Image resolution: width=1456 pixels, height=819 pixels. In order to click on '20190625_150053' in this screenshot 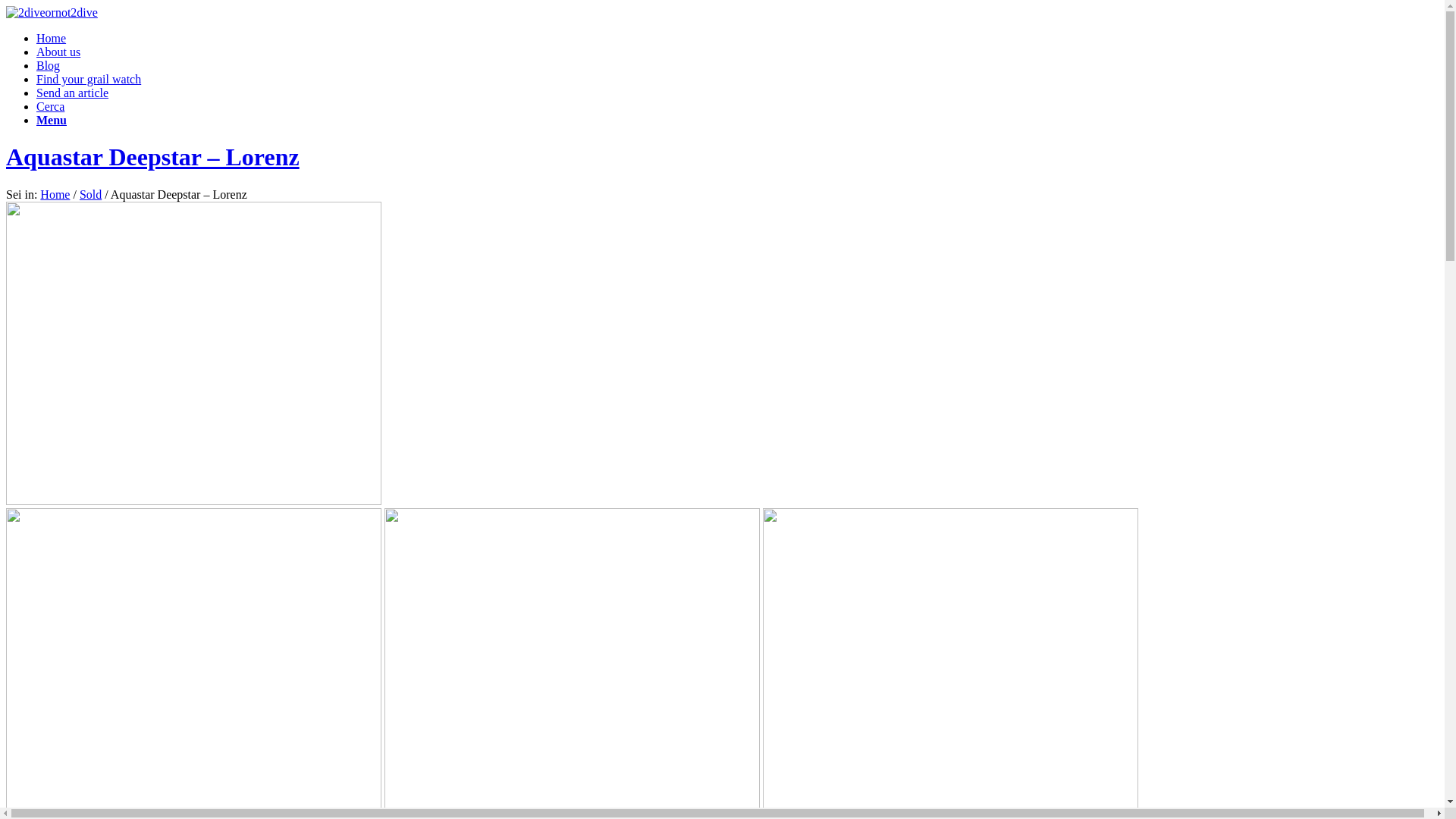, I will do `click(949, 659)`.